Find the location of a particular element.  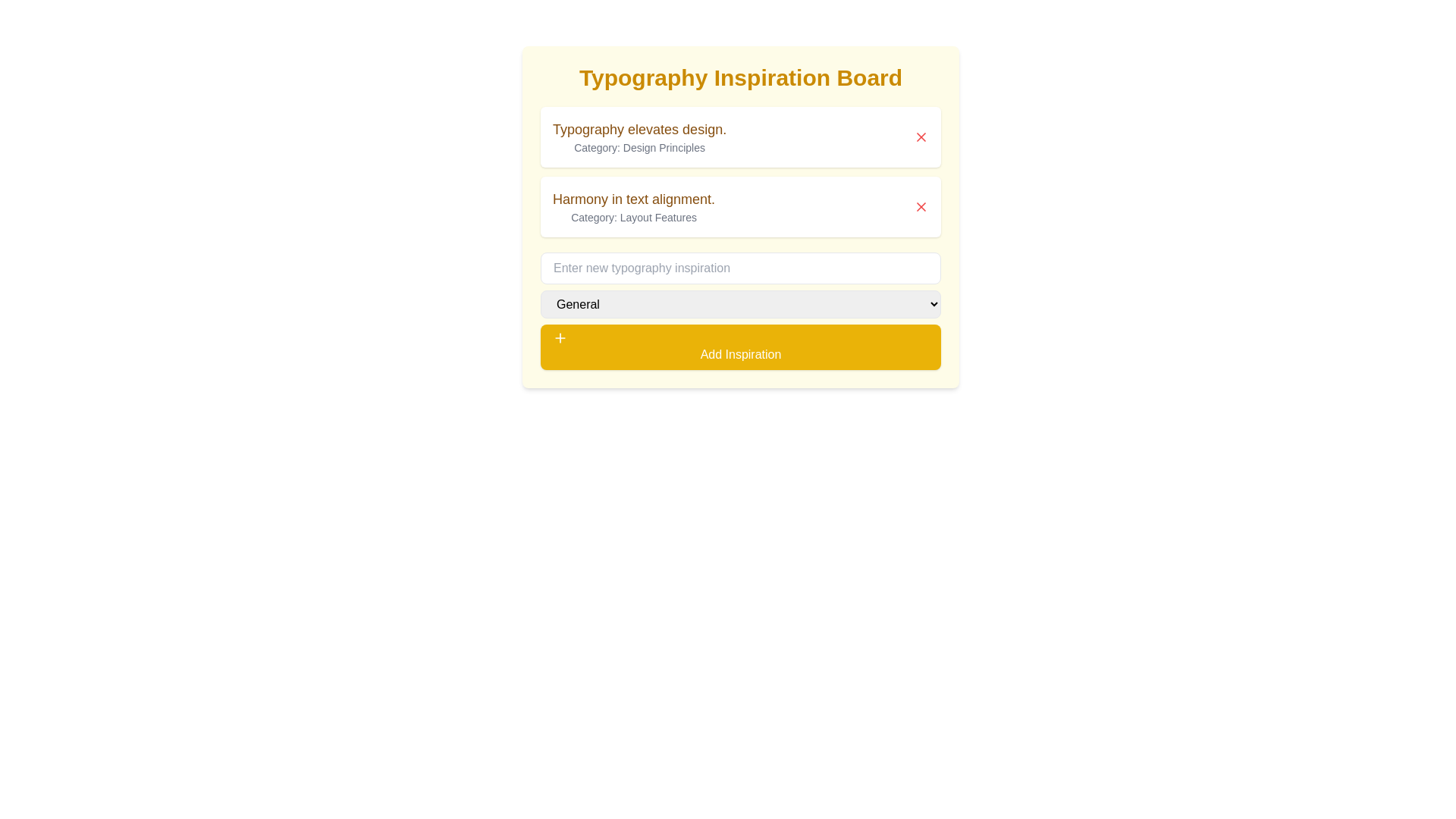

the icon representing the 'Add Inspiration' action located at the left-hand side of the button labeled 'Add Inspiration' is located at coordinates (560, 337).